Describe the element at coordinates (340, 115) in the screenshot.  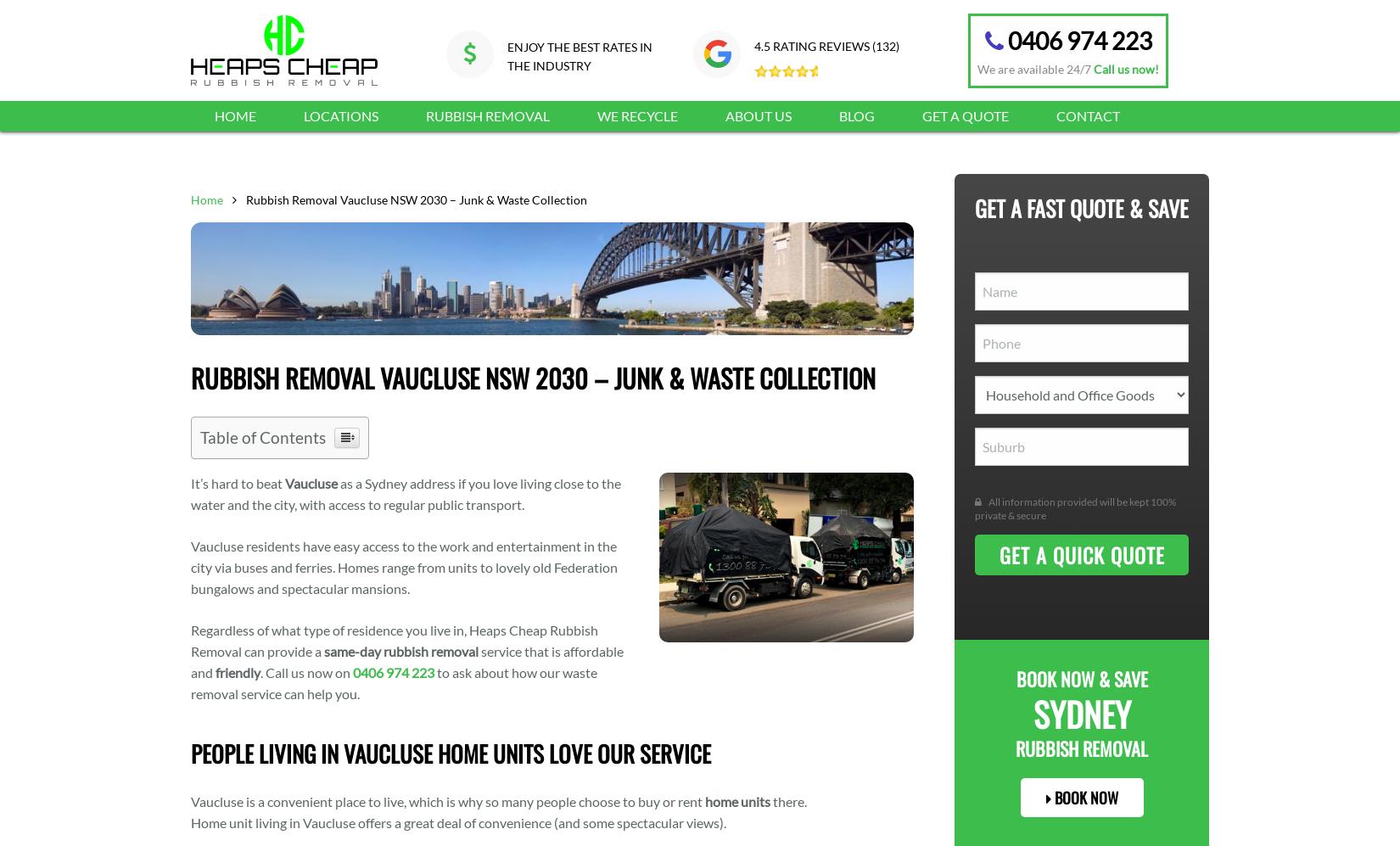
I see `'Locations'` at that location.